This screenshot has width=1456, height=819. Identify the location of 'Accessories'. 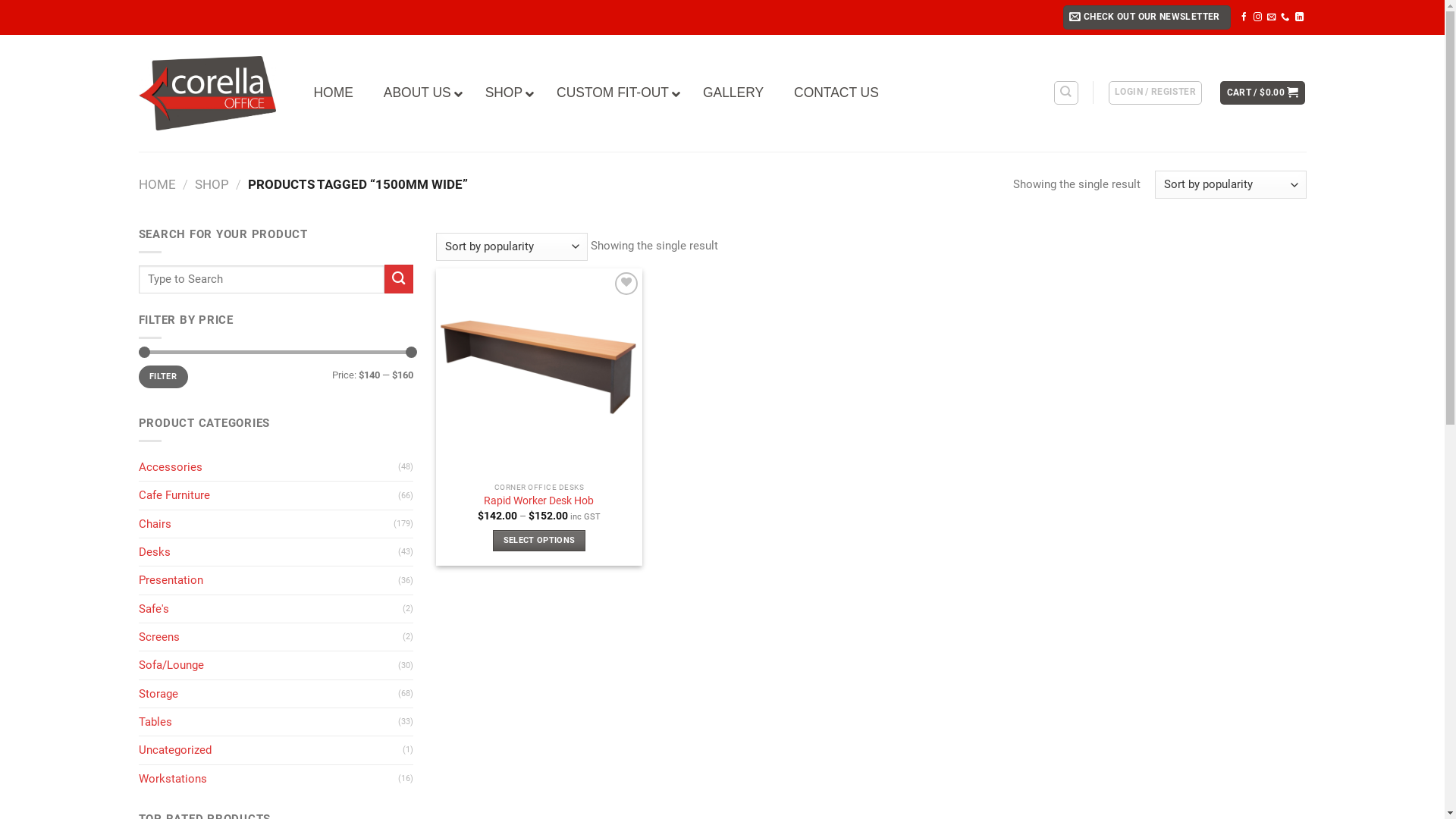
(138, 466).